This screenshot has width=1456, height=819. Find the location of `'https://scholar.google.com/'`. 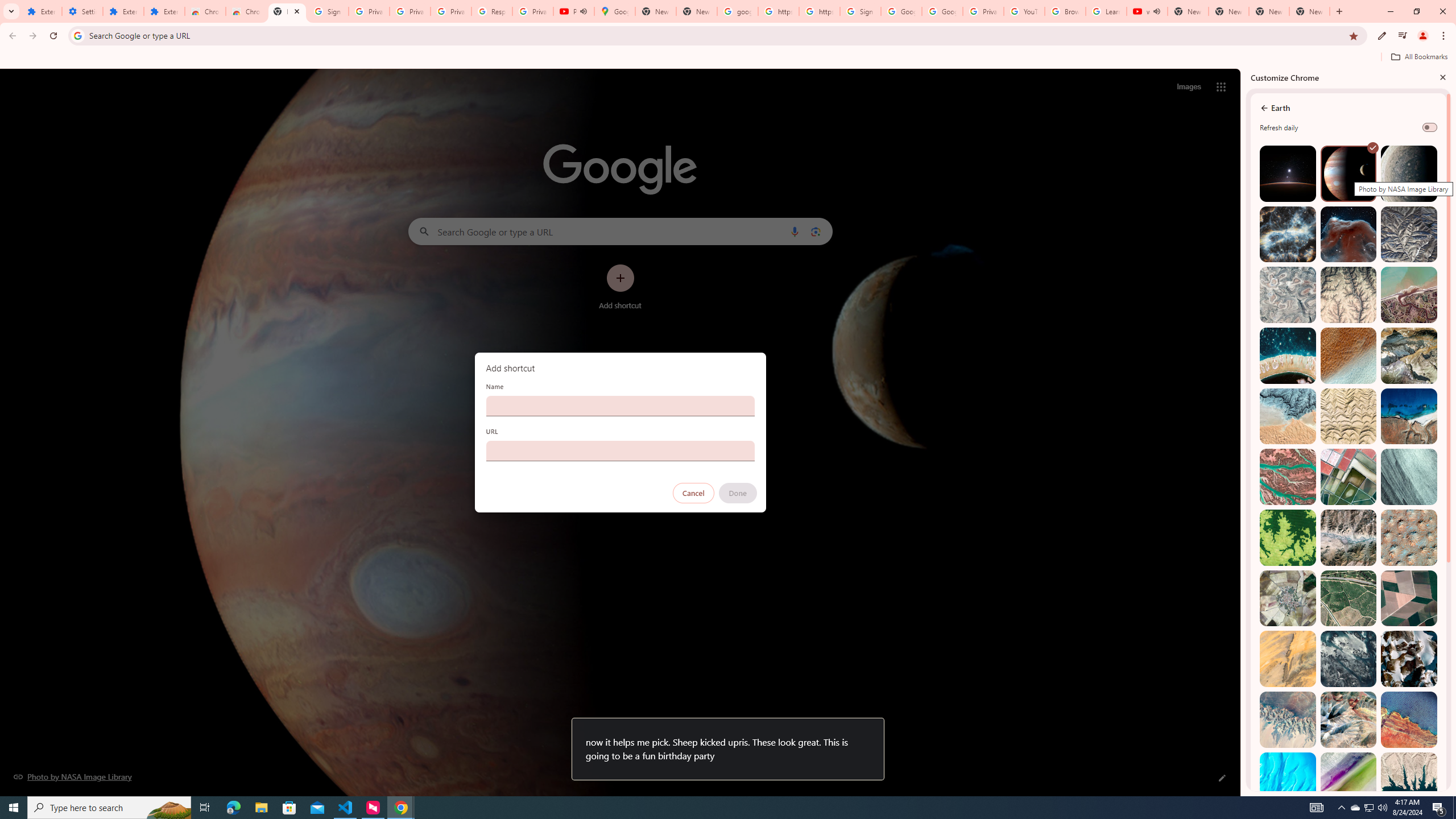

'https://scholar.google.com/' is located at coordinates (777, 11).